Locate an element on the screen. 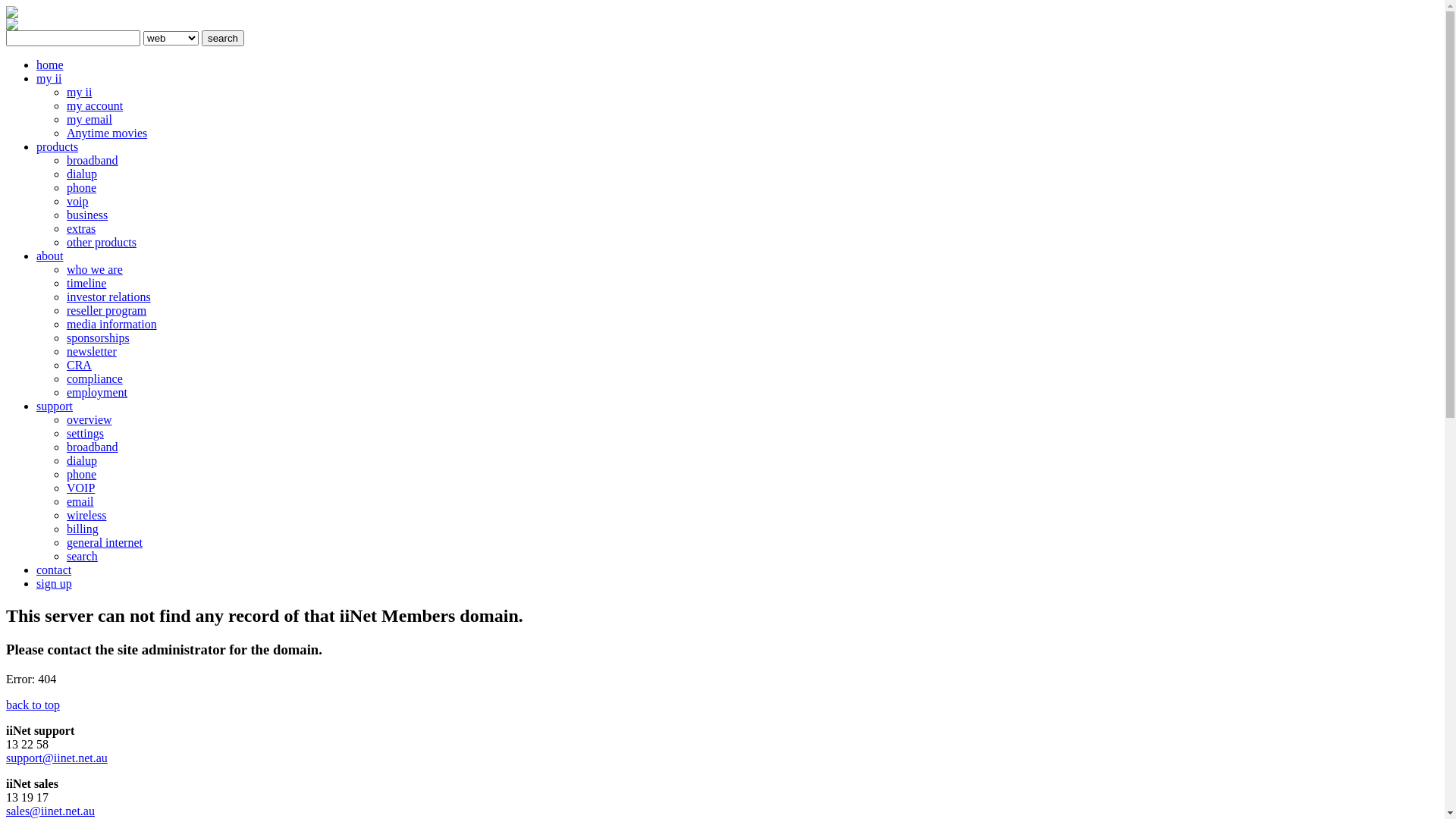  'business' is located at coordinates (65, 215).